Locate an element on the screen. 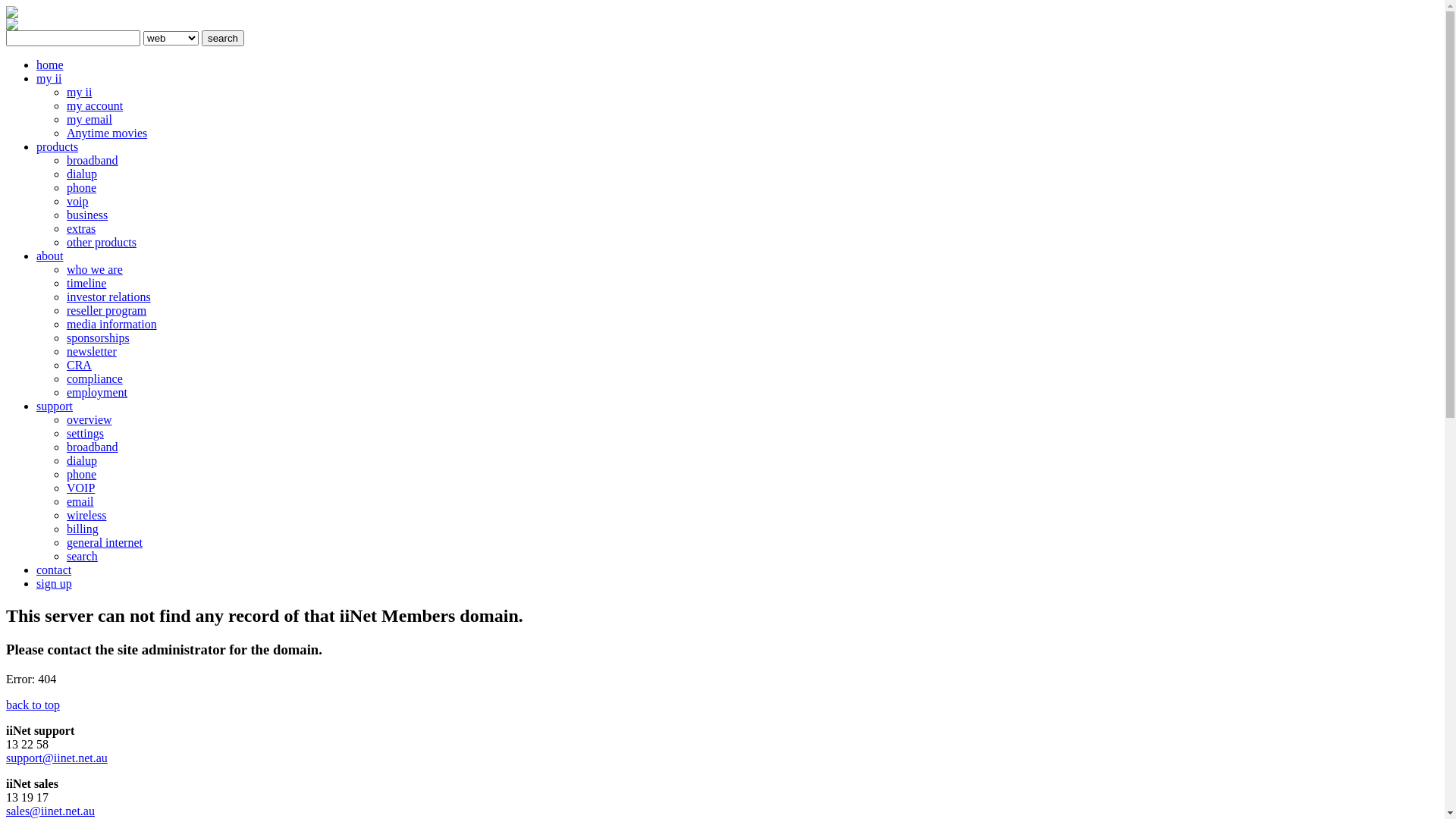  'business' is located at coordinates (65, 215).